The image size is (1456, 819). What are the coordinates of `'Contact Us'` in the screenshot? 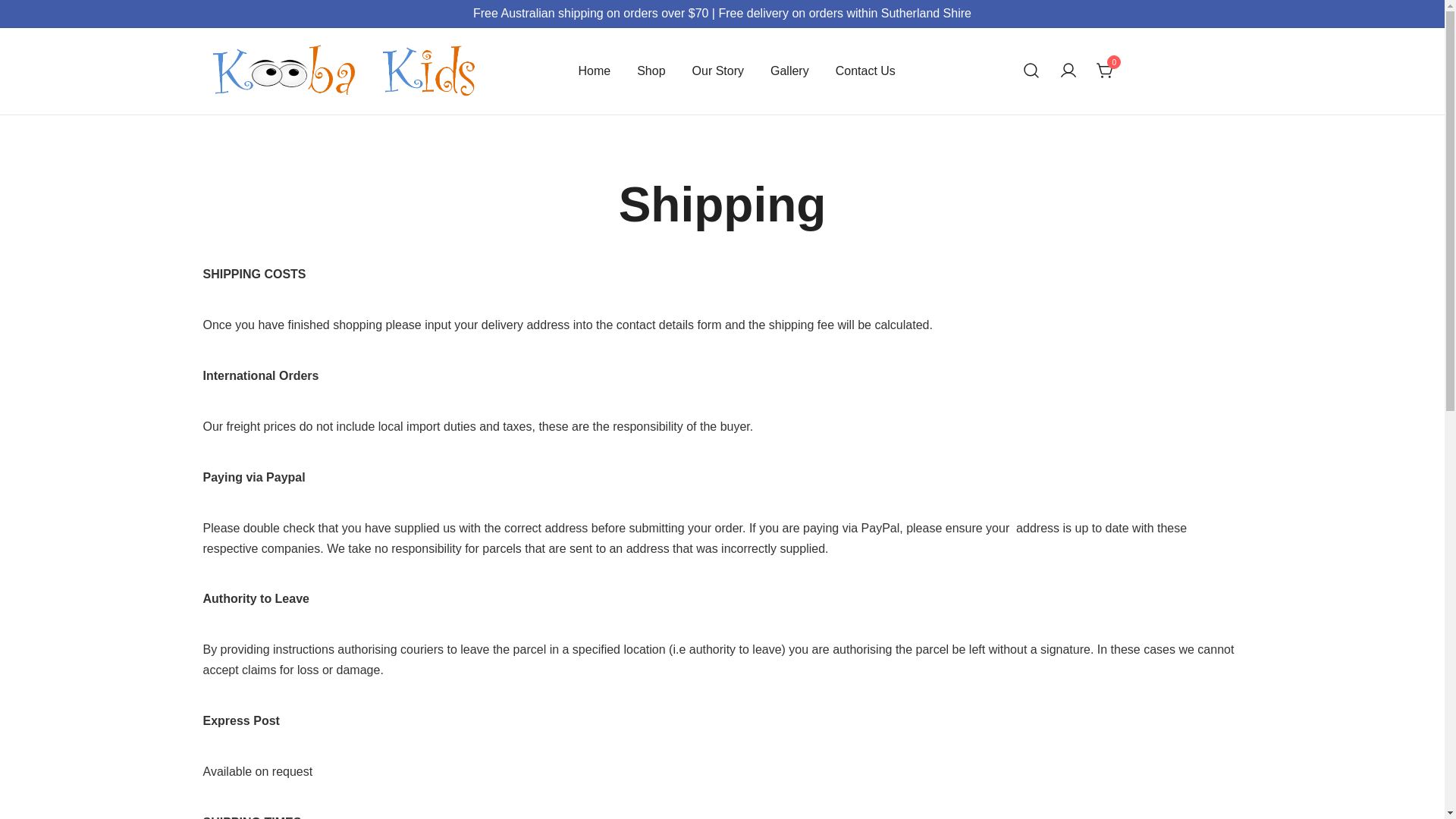 It's located at (865, 71).